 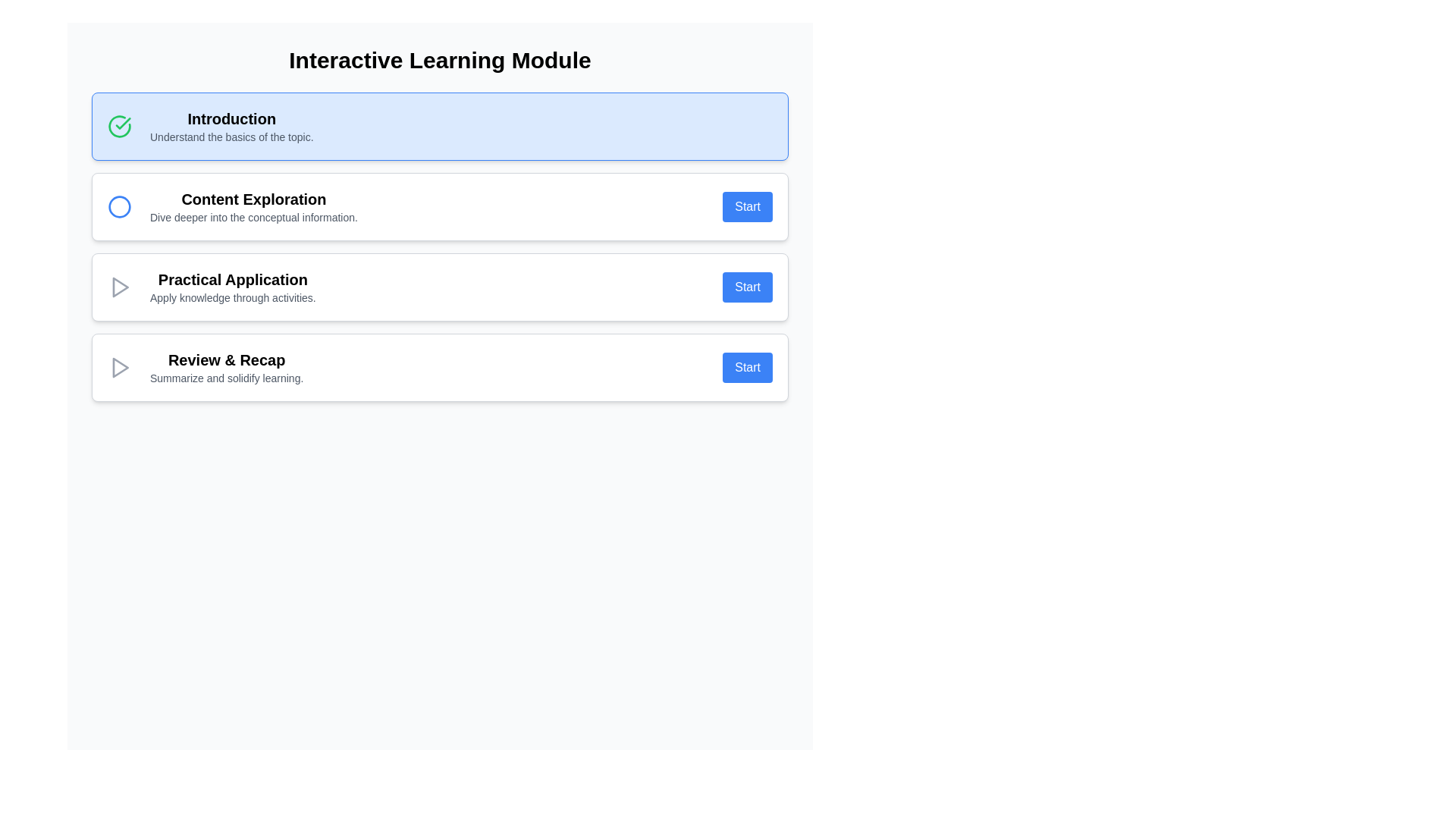 I want to click on the text label that serves as a description for the 'Content Exploration' section, positioned below the section title and aligned to the left margin, so click(x=254, y=217).